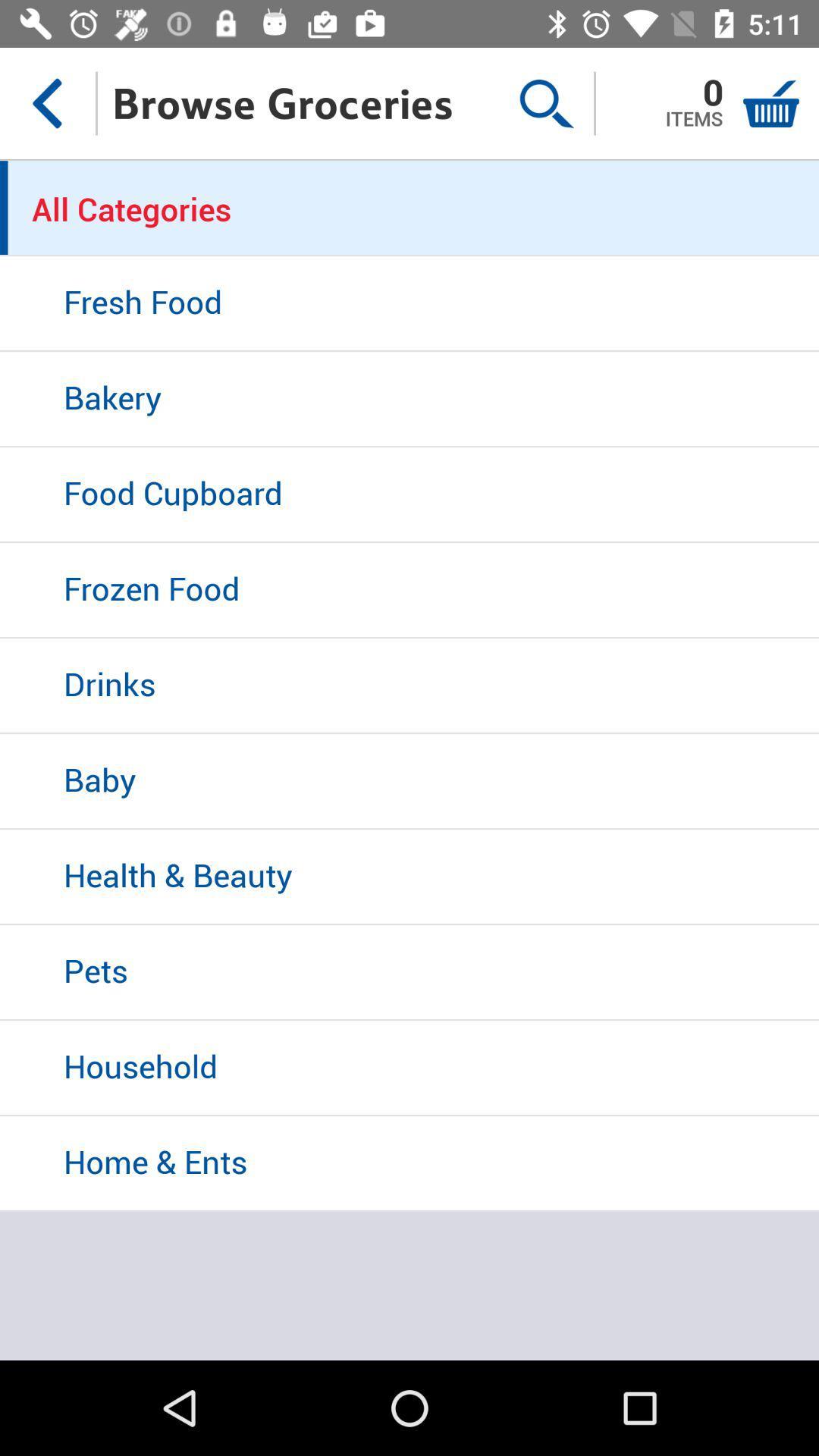  Describe the element at coordinates (409, 1163) in the screenshot. I see `icon below household` at that location.